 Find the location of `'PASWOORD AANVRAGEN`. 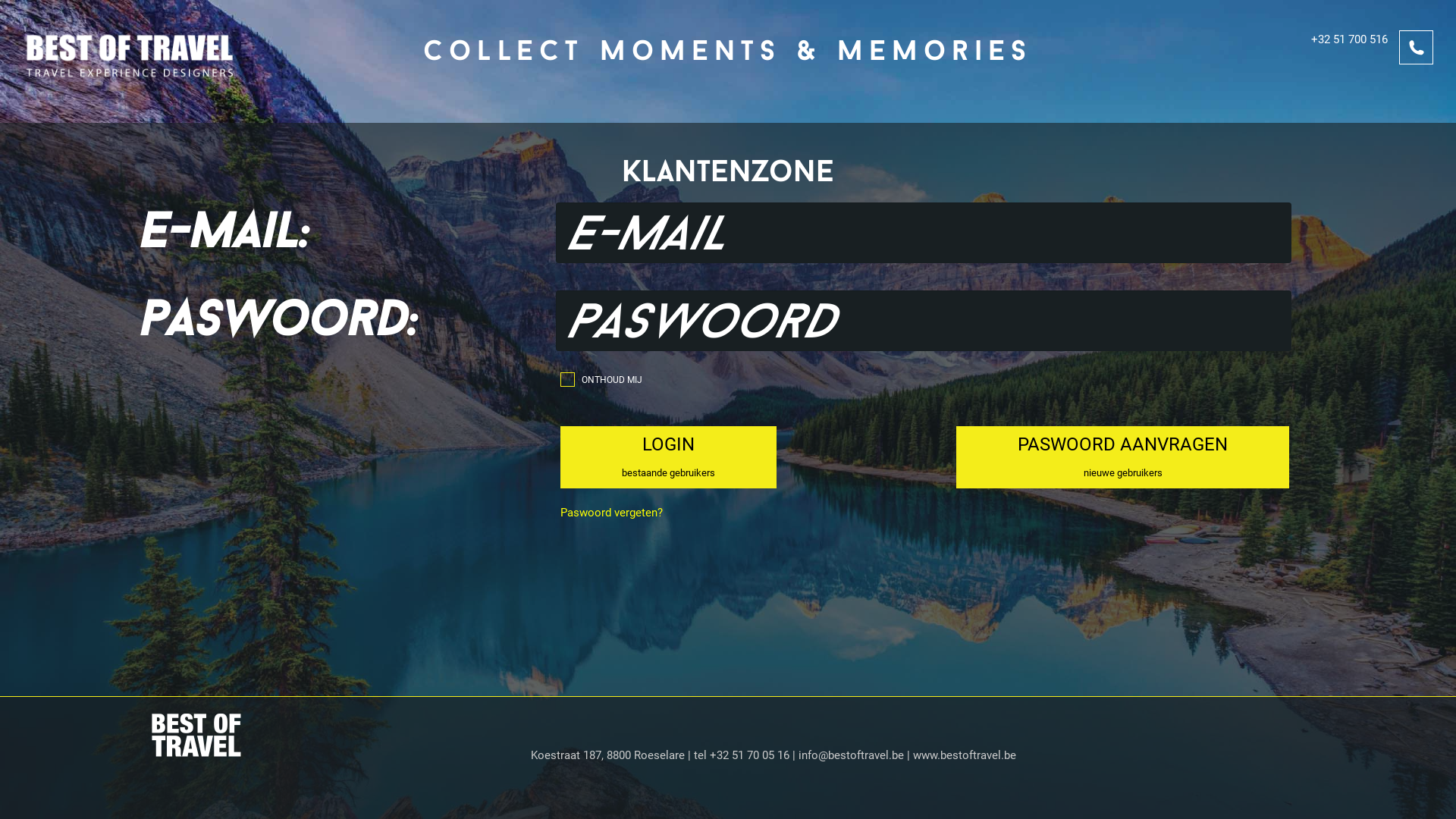

'PASWOORD AANVRAGEN is located at coordinates (1122, 457).